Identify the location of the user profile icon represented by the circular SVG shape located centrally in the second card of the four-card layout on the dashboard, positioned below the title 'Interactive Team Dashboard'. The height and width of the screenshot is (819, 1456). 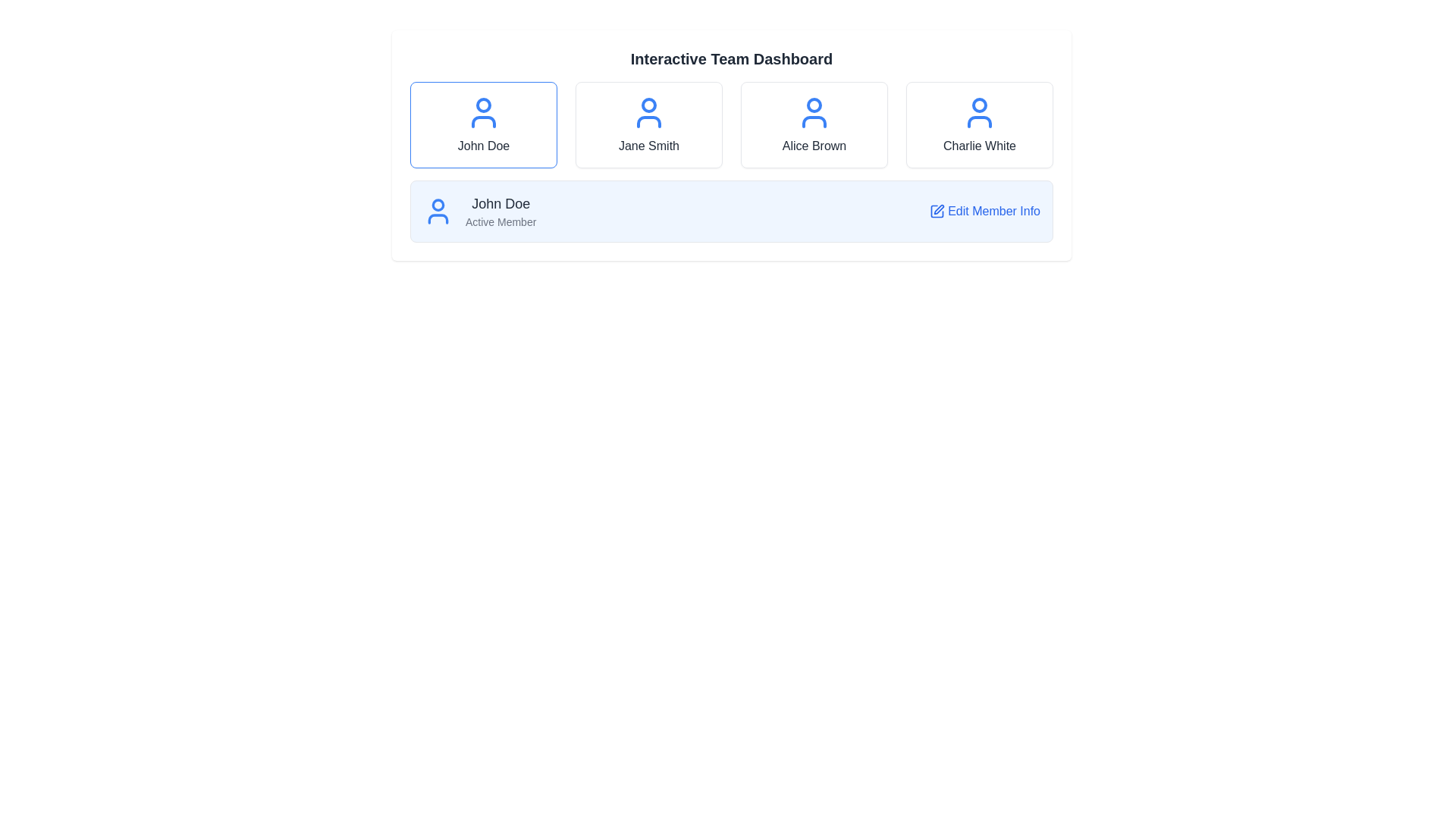
(648, 104).